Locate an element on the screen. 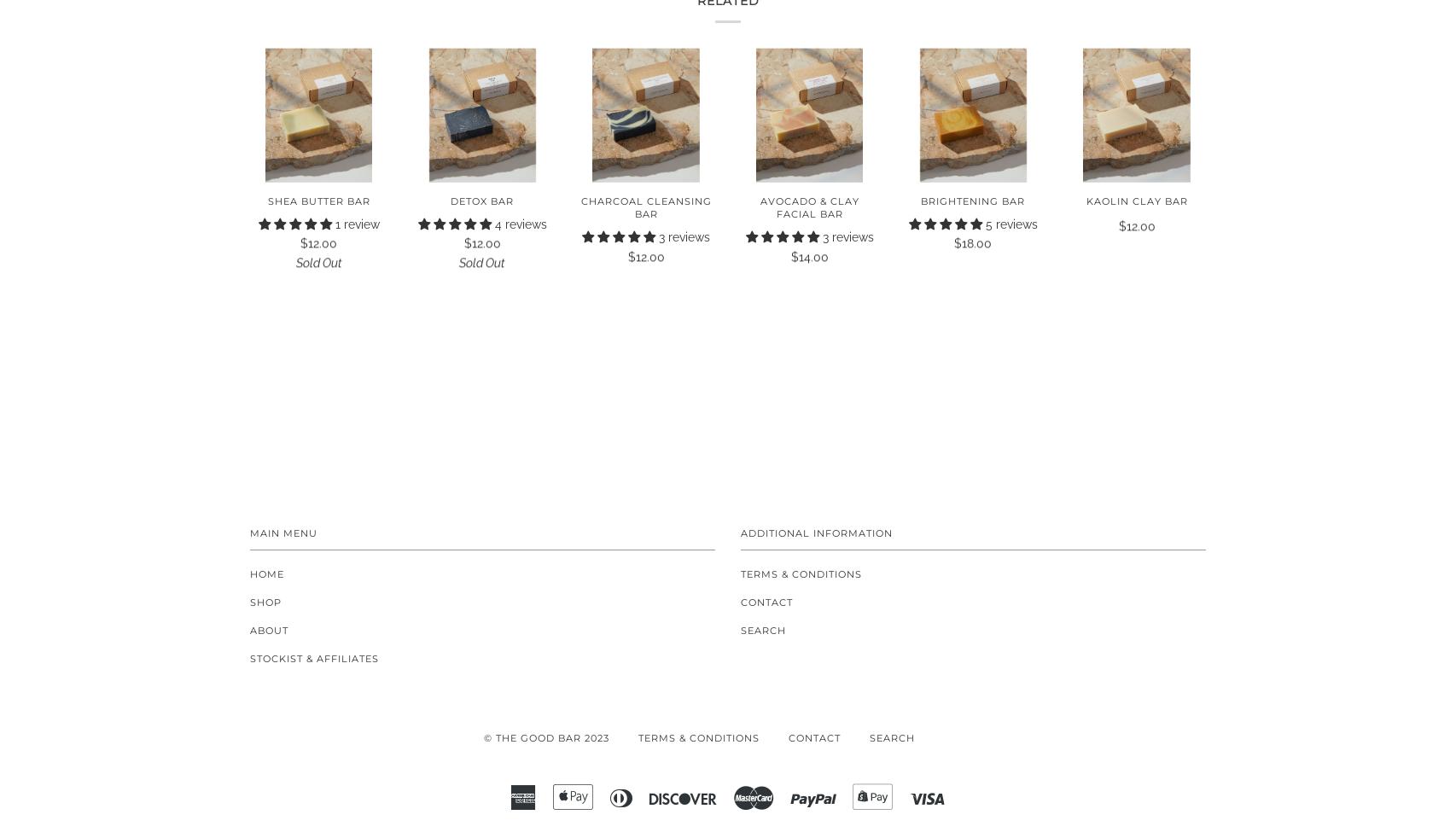 The height and width of the screenshot is (838, 1456). 'Stockist & Affiliates' is located at coordinates (314, 657).